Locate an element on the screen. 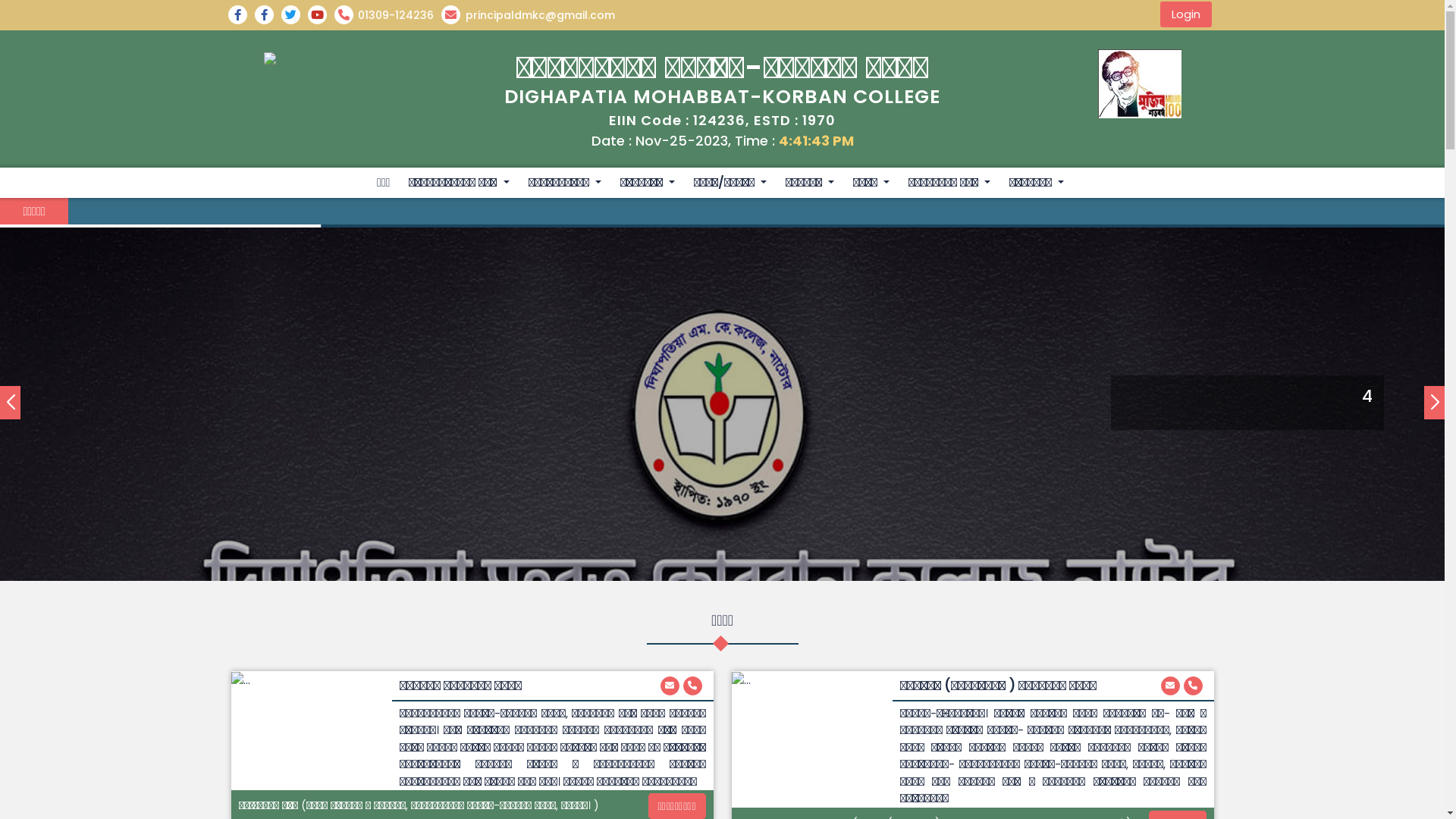  '01718663848' is located at coordinates (1191, 686).